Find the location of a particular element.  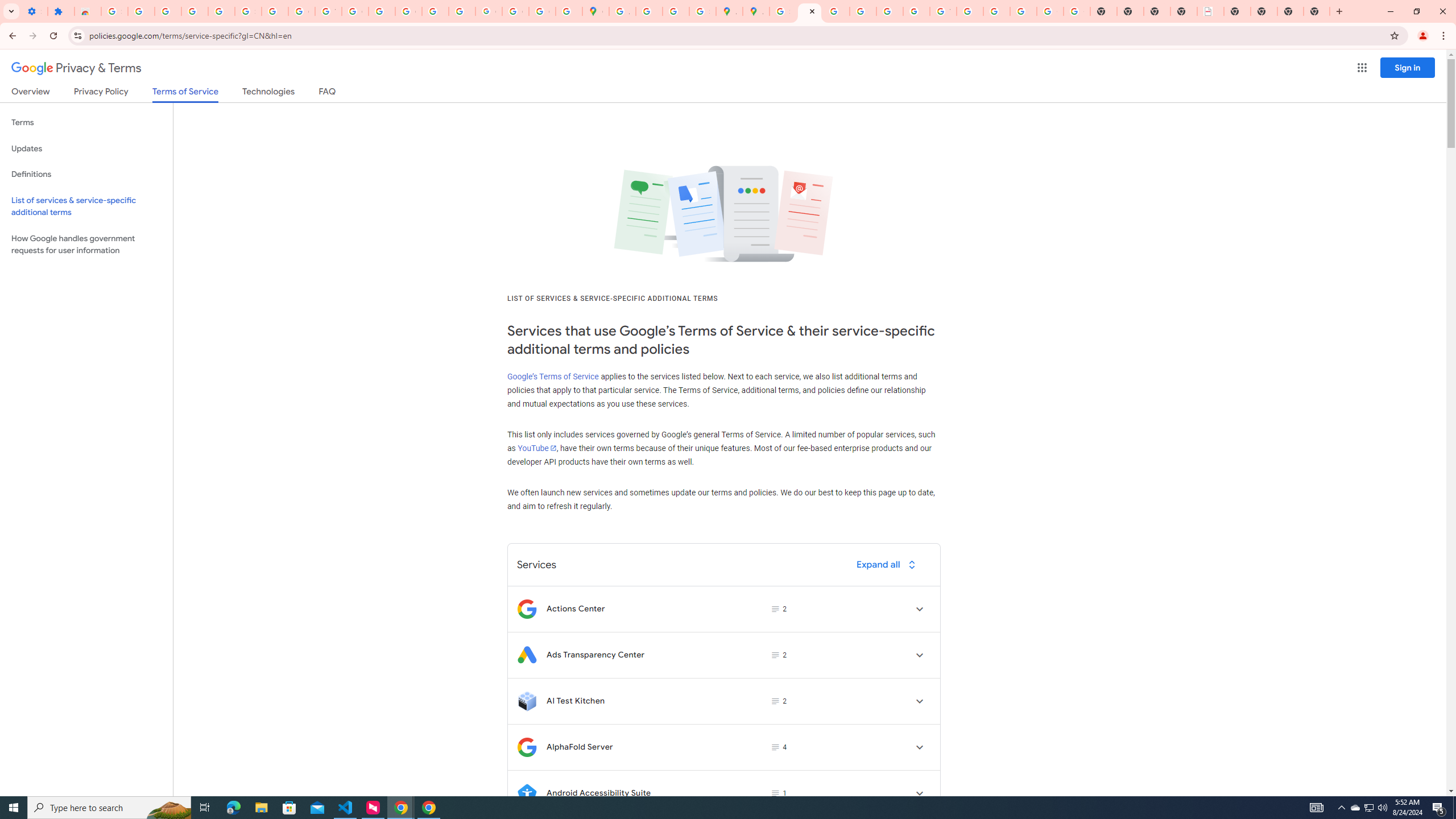

'Logo for Actions Center' is located at coordinates (526, 608).